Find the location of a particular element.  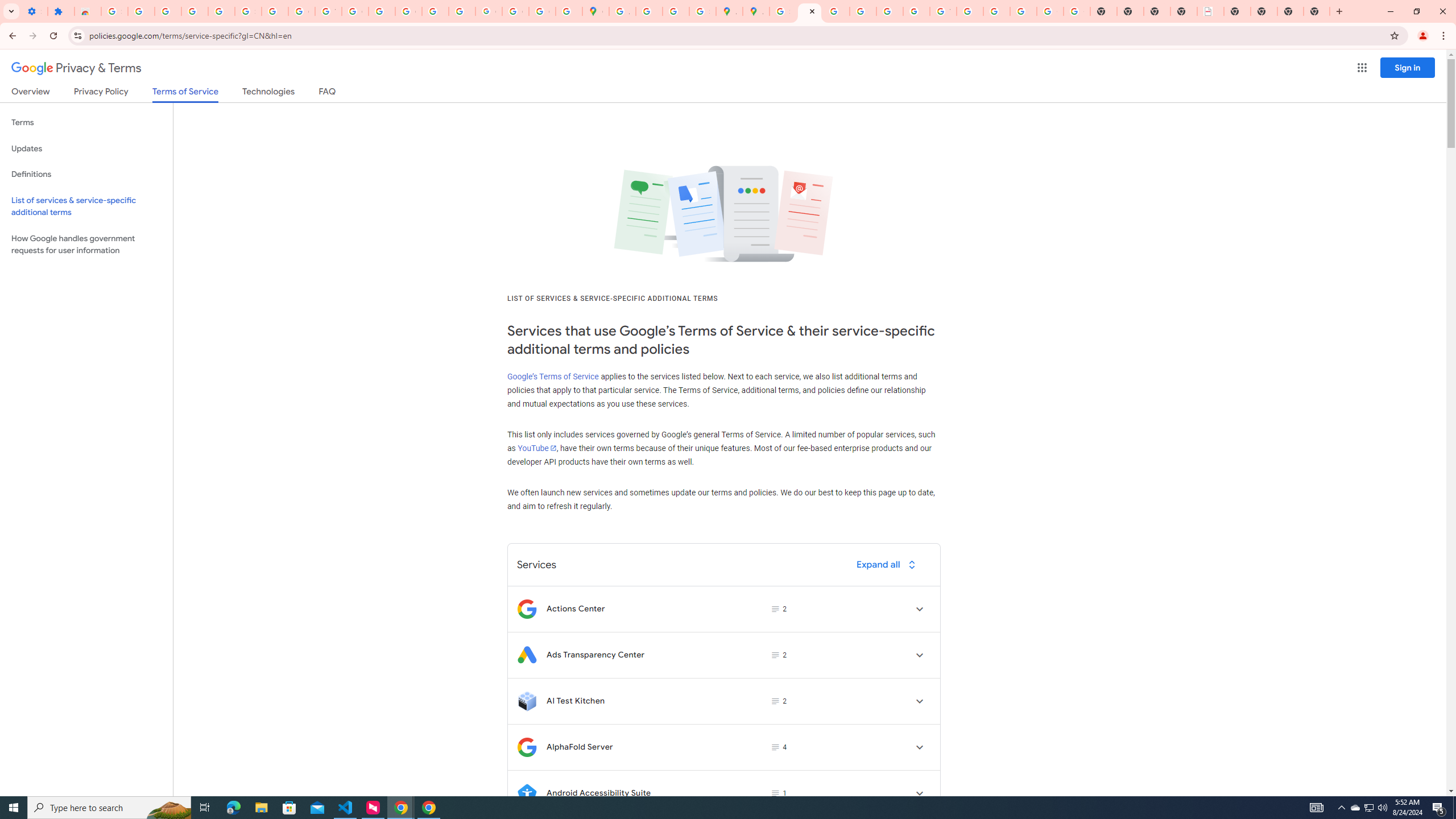

'Logo for Actions Center' is located at coordinates (526, 608).